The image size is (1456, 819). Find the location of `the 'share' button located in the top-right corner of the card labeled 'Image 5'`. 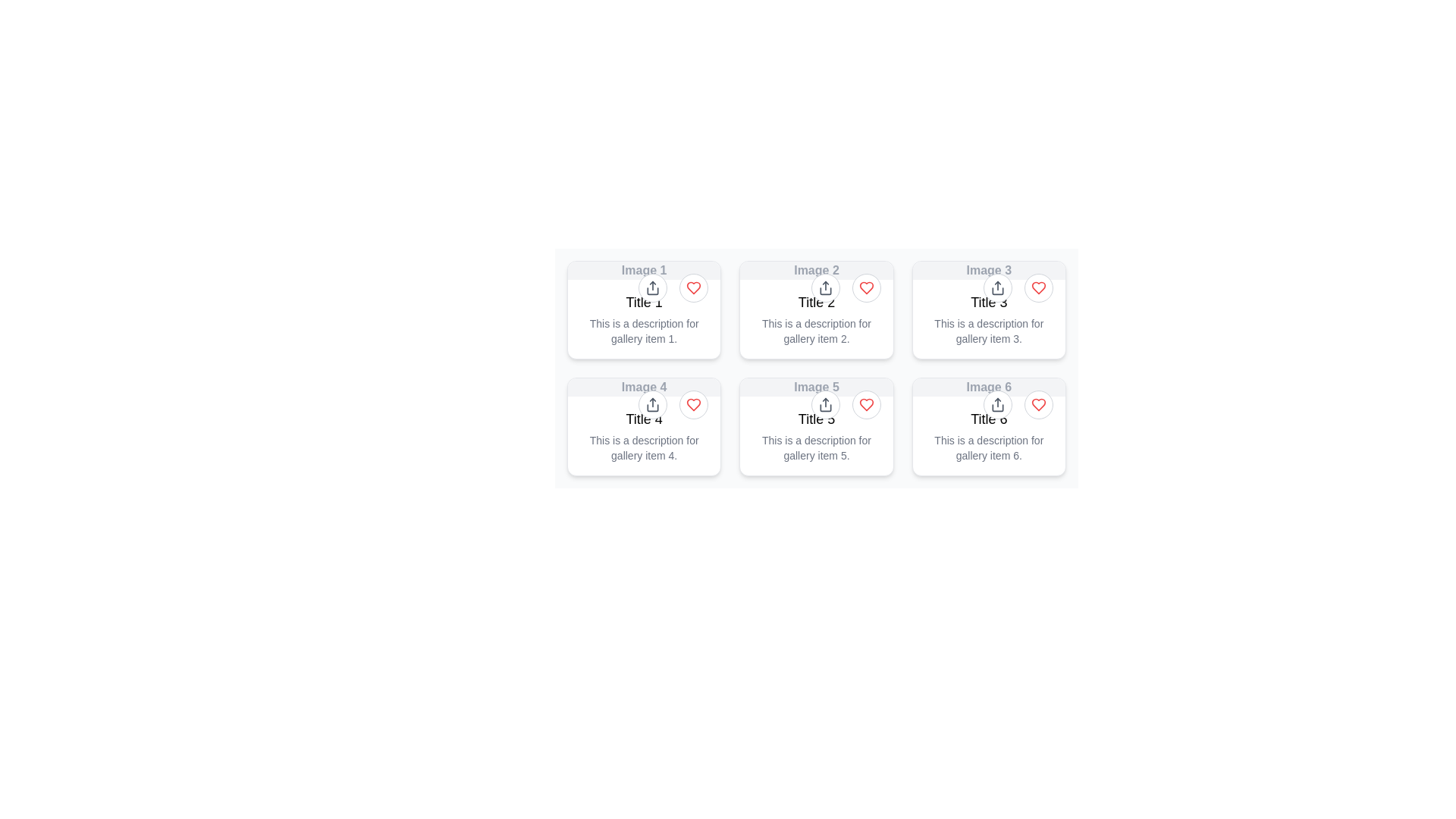

the 'share' button located in the top-right corner of the card labeled 'Image 5' is located at coordinates (824, 403).